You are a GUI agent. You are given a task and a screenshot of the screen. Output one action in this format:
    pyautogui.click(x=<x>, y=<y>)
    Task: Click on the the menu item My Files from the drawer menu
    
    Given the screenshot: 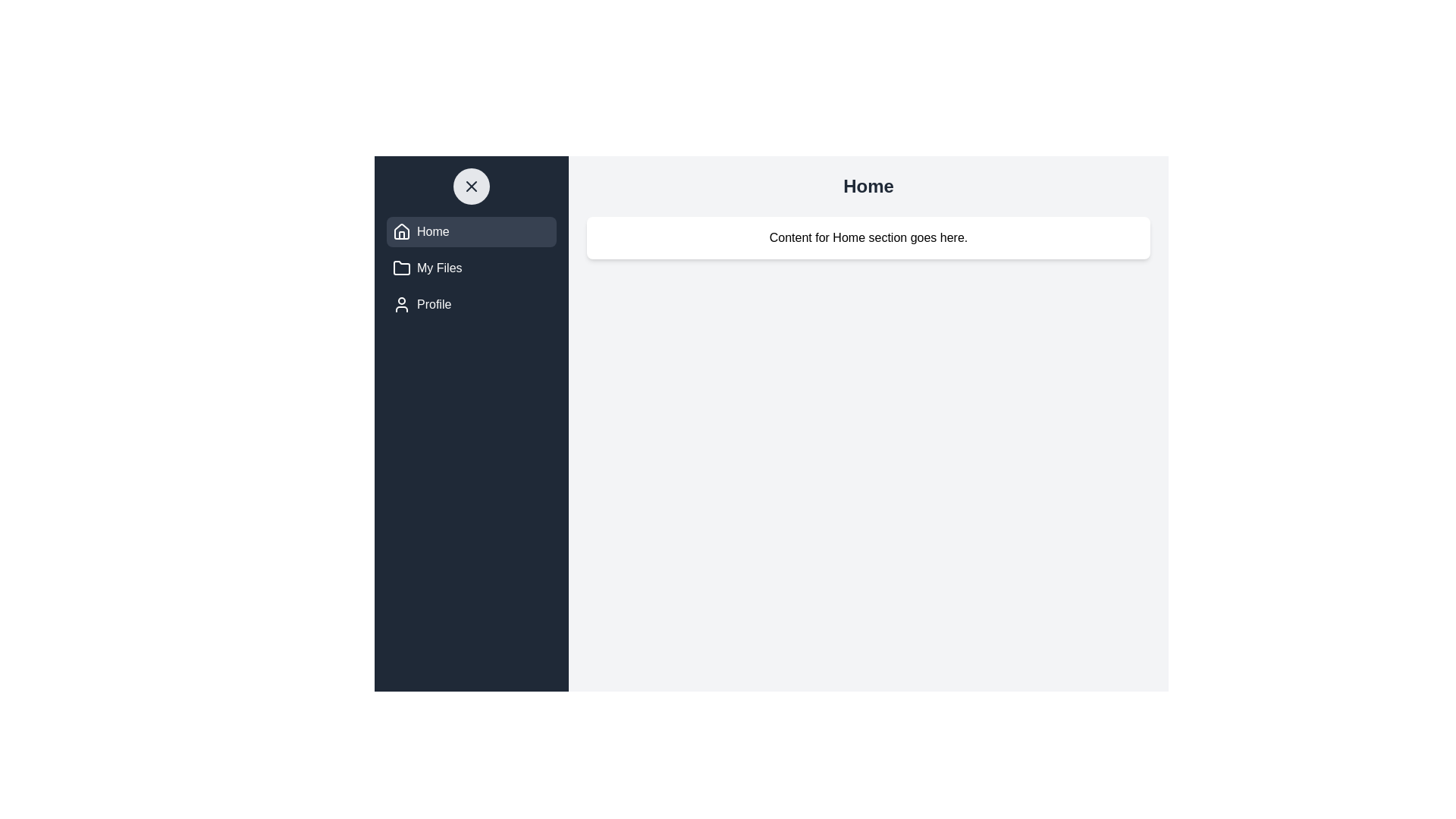 What is the action you would take?
    pyautogui.click(x=471, y=268)
    